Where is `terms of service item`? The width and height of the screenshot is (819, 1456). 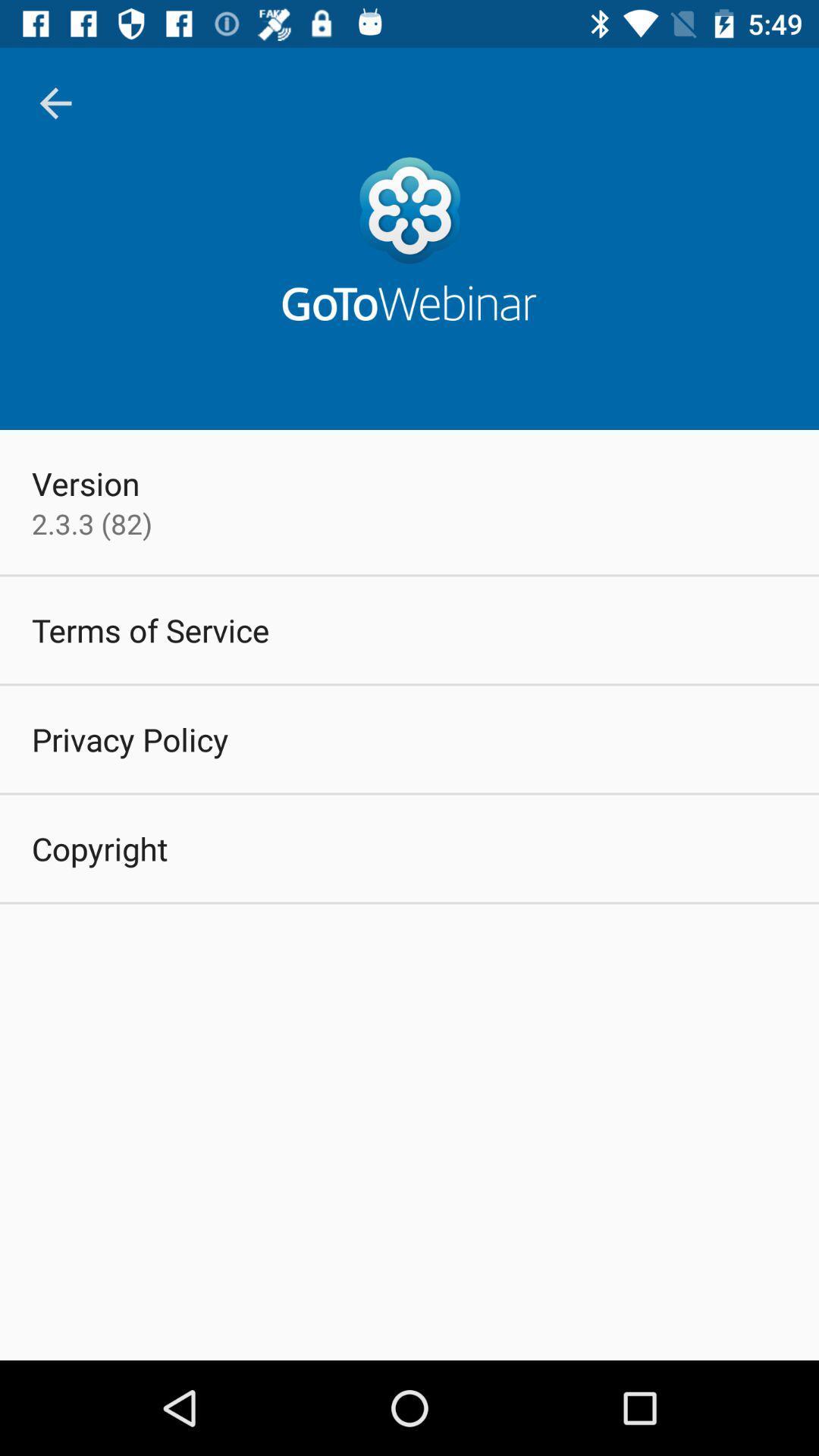
terms of service item is located at coordinates (150, 629).